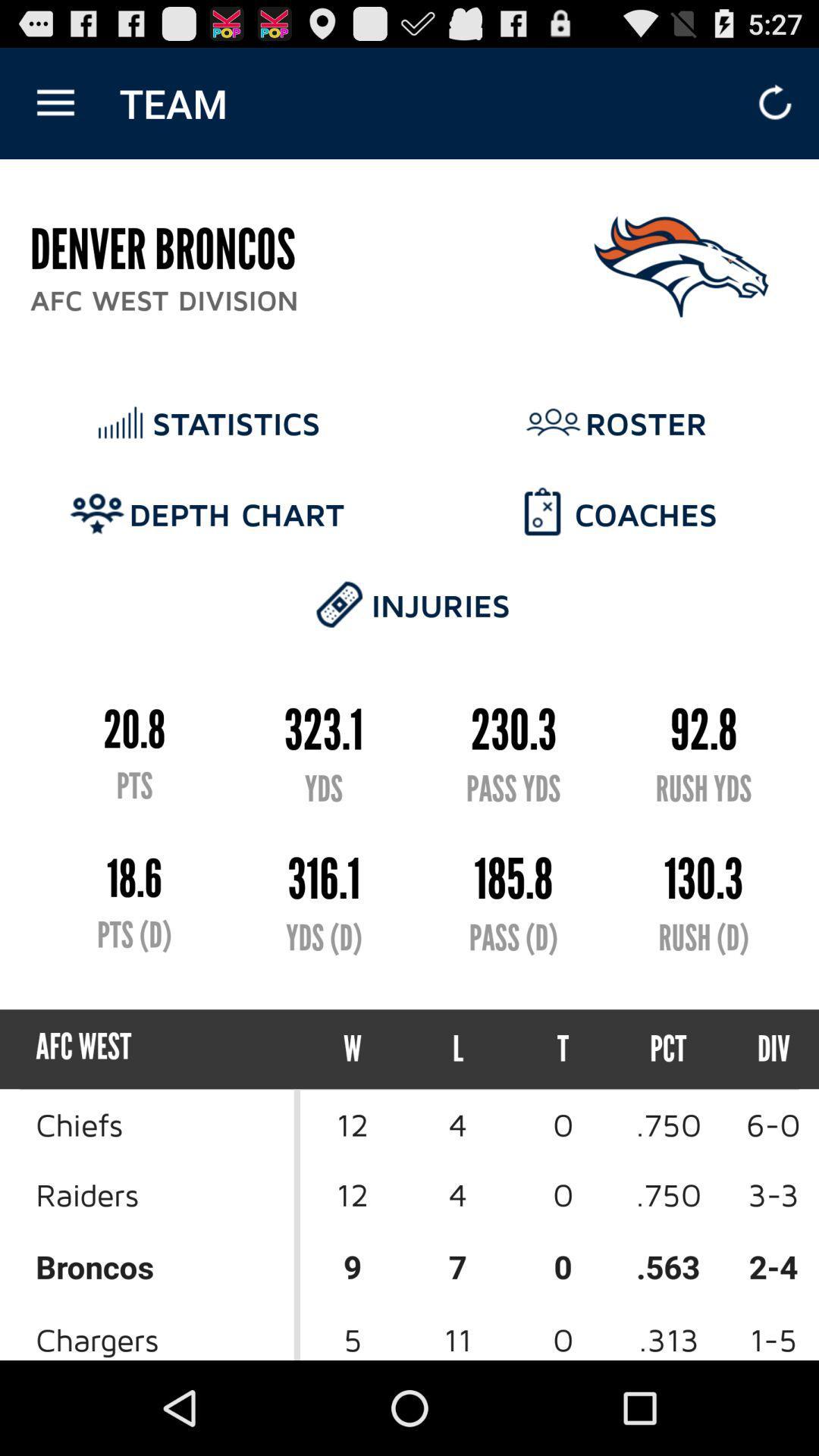 The width and height of the screenshot is (819, 1456). What do you see at coordinates (55, 102) in the screenshot?
I see `the item above the denver broncos item` at bounding box center [55, 102].